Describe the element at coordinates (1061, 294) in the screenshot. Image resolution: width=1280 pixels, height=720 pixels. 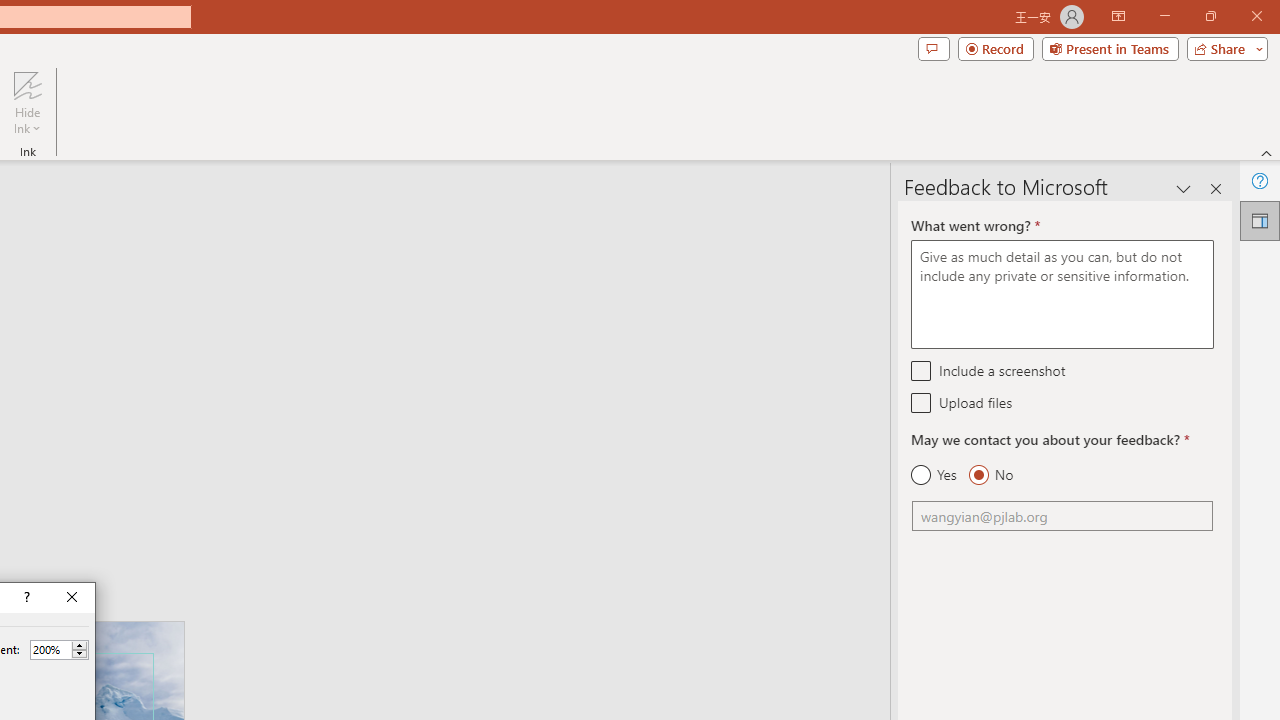
I see `'What went wrong? *'` at that location.